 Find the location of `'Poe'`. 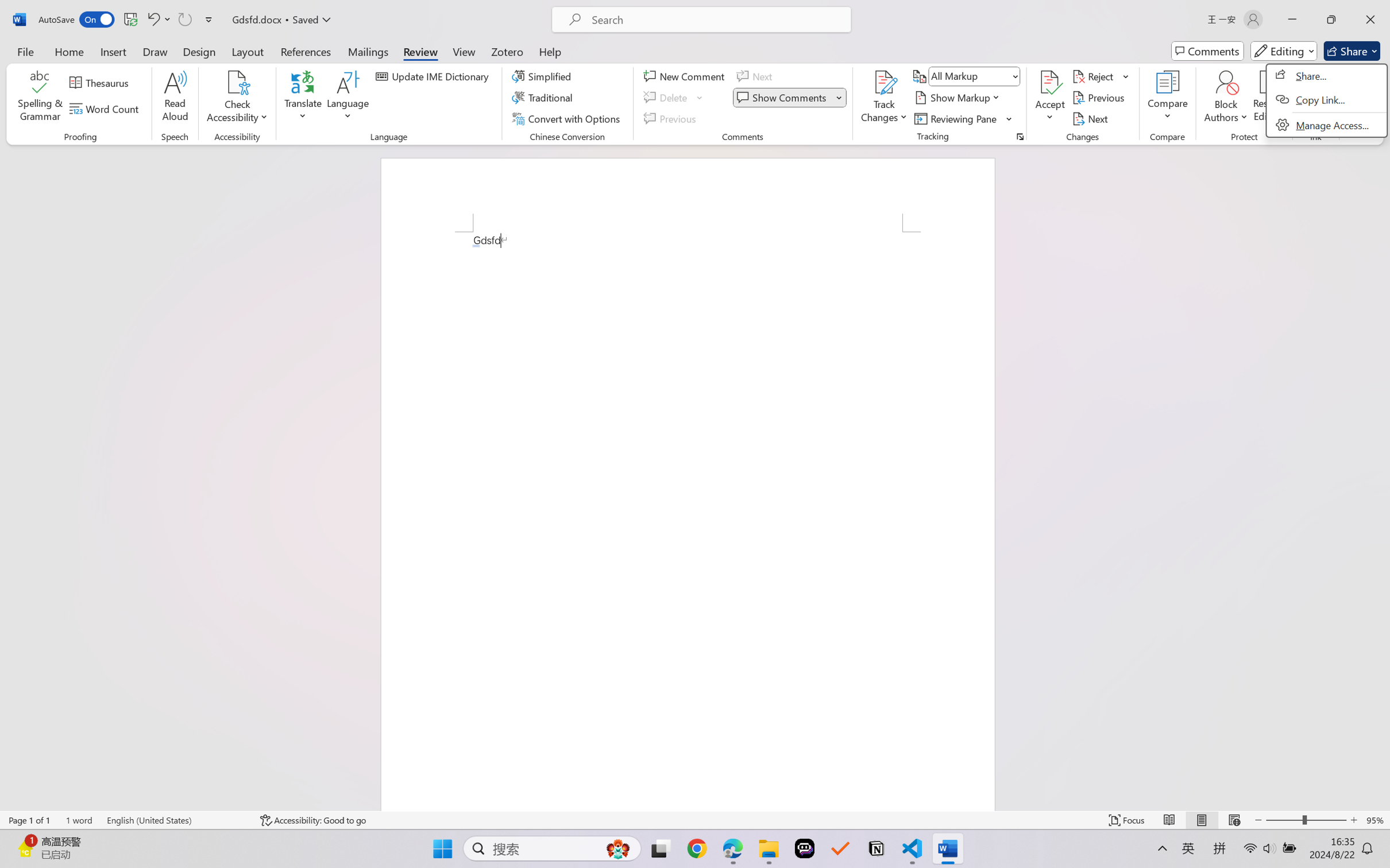

'Poe' is located at coordinates (804, 848).